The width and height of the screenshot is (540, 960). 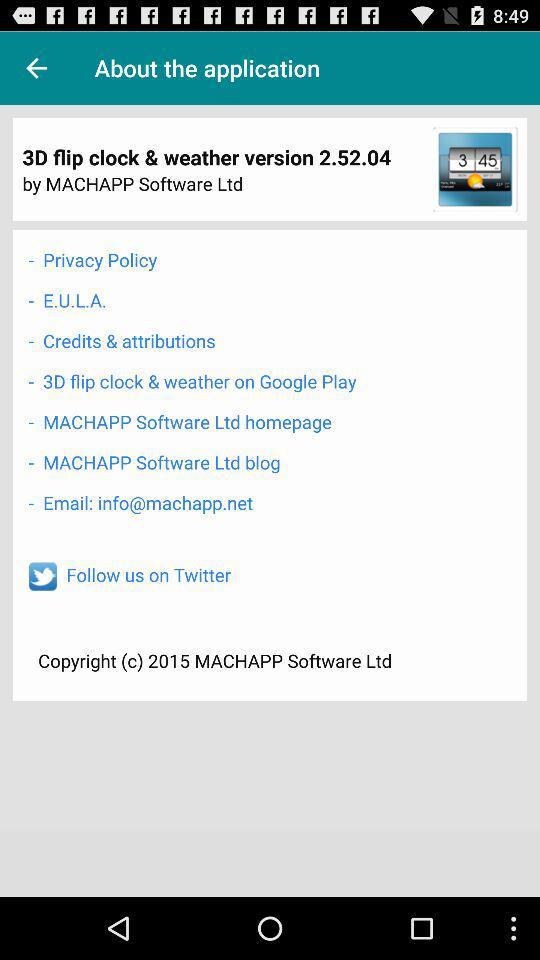 I want to click on icon below the -  privacy policy, so click(x=67, y=299).